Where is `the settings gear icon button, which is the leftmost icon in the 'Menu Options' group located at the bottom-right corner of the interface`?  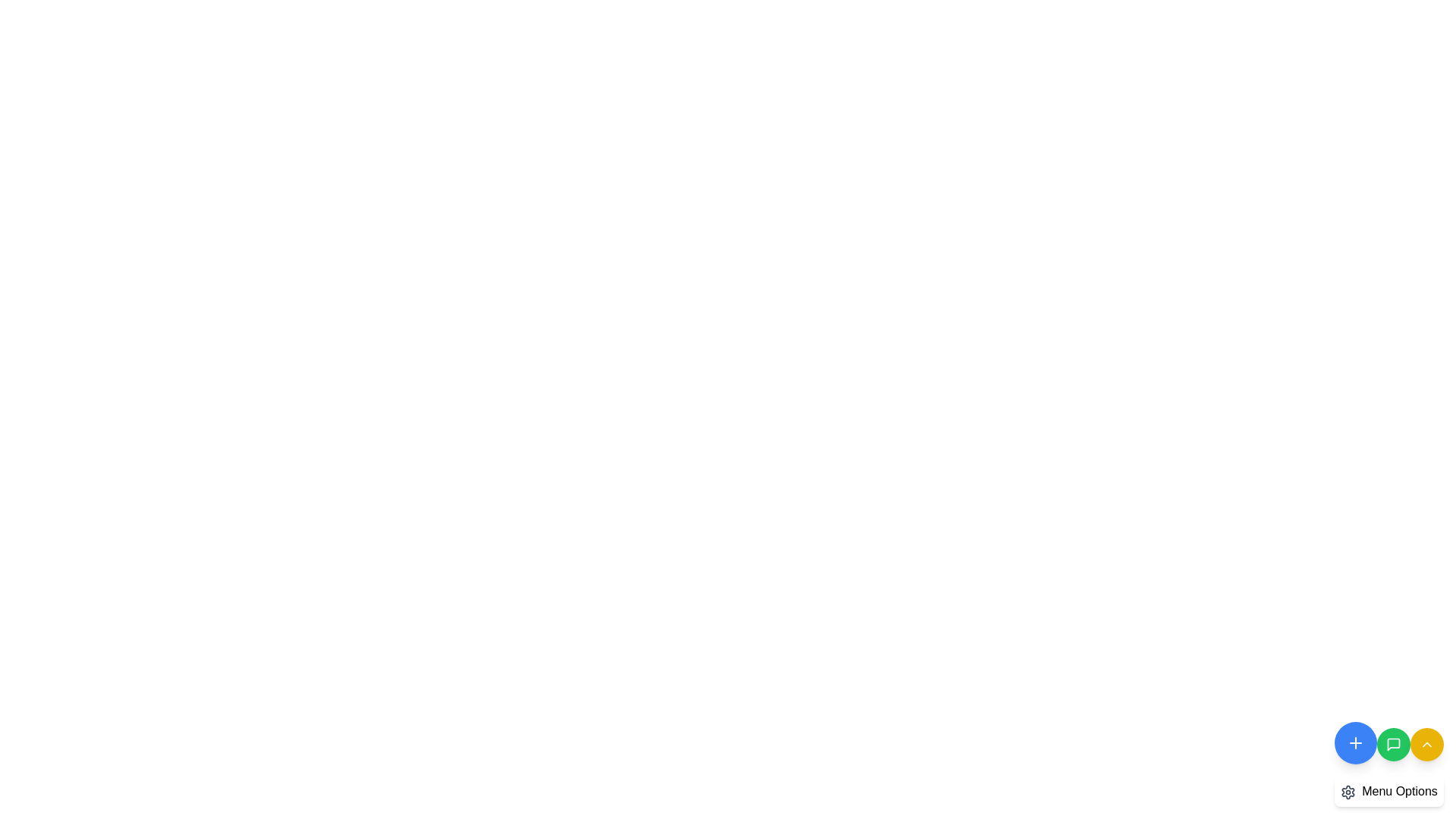 the settings gear icon button, which is the leftmost icon in the 'Menu Options' group located at the bottom-right corner of the interface is located at coordinates (1348, 791).